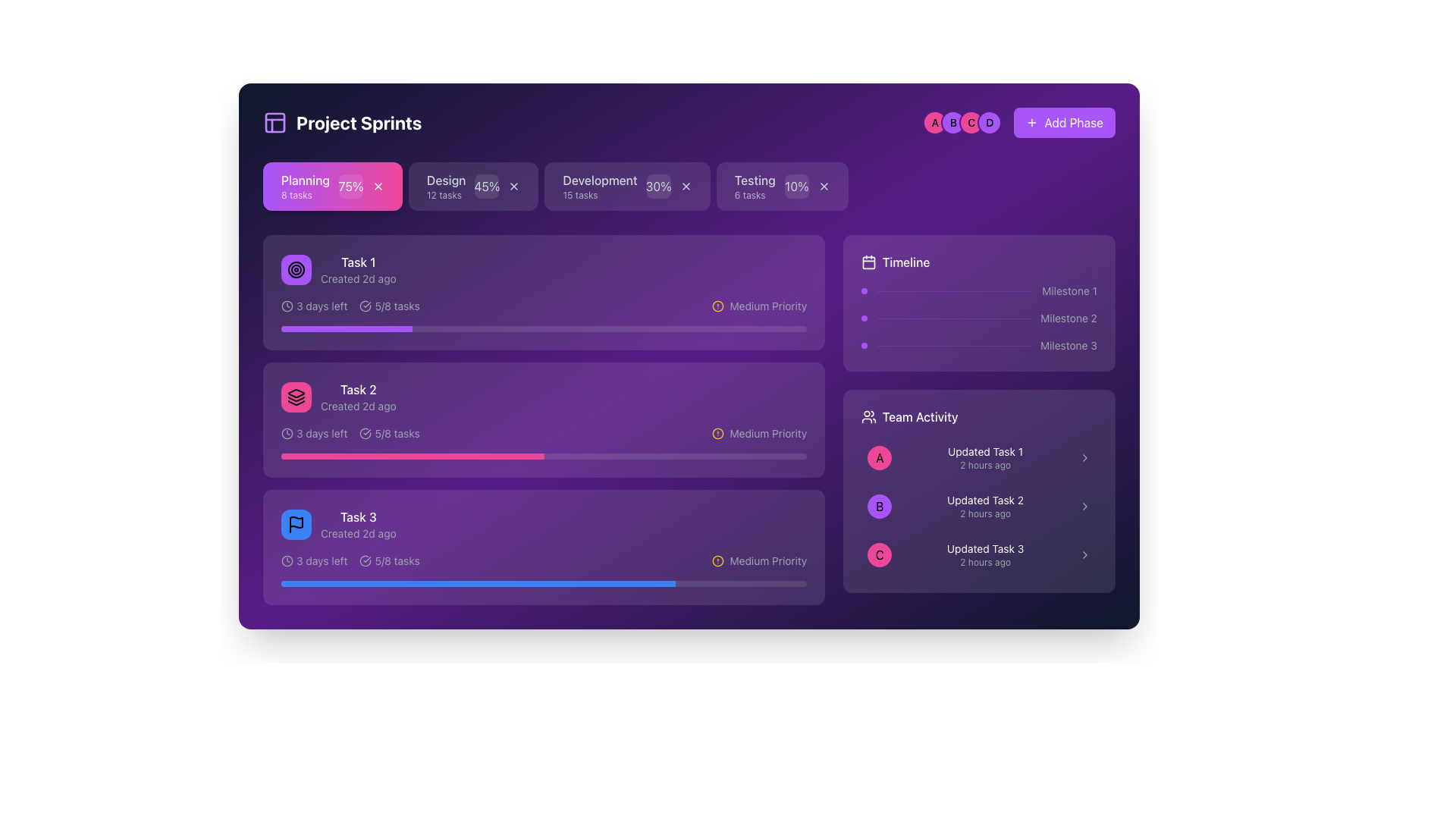  What do you see at coordinates (985, 562) in the screenshot?
I see `the text element displaying '2 hours ago', which is a small gray text located directly below the 'Updated Task 3' label in the 'Team Activity' section` at bounding box center [985, 562].